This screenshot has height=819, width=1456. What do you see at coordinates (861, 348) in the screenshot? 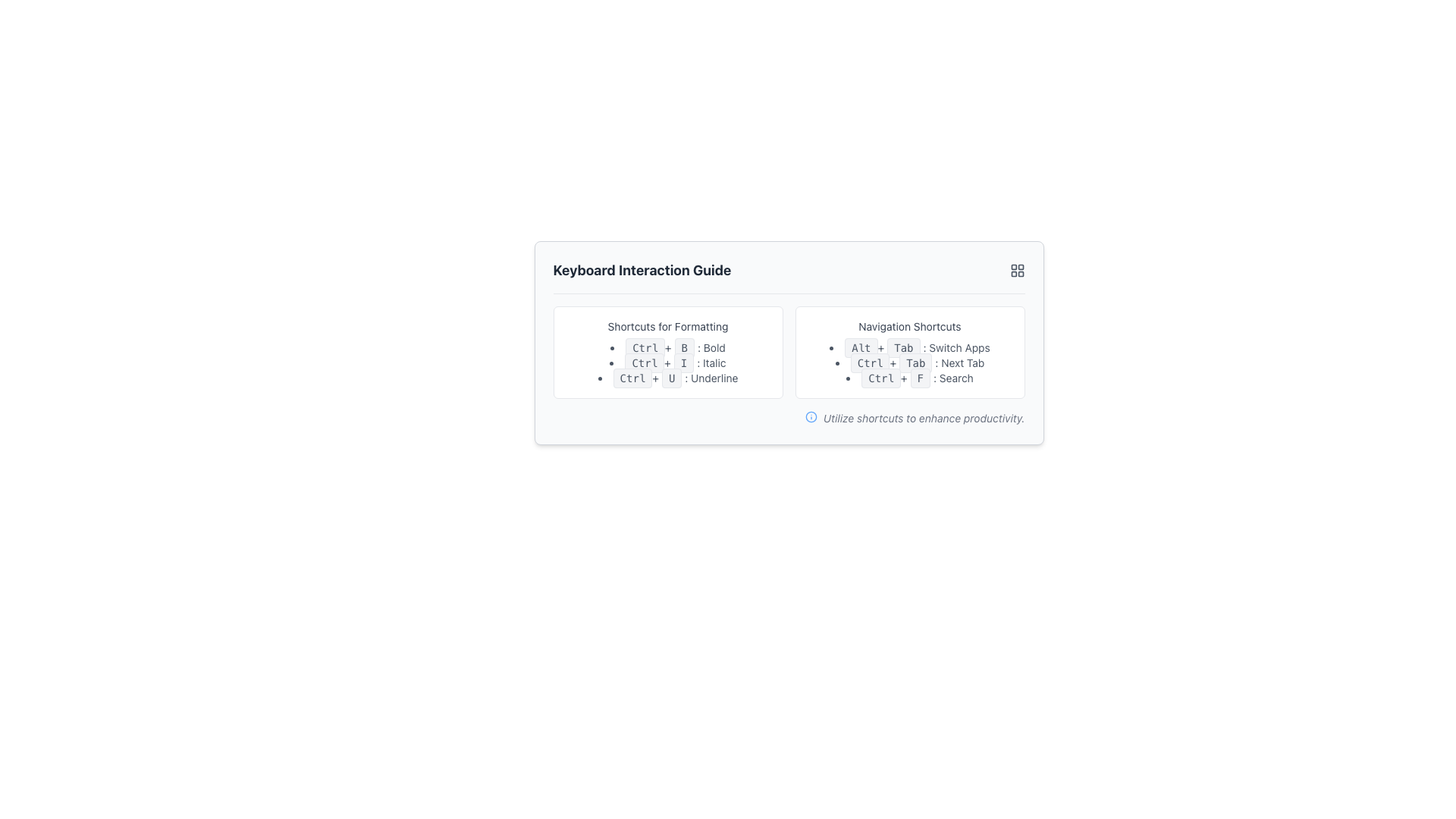
I see `the button-like display element labeled 'Alt' in the 'Navigation Shortcuts' section of the 'Keyboard Interaction Guide'` at bounding box center [861, 348].